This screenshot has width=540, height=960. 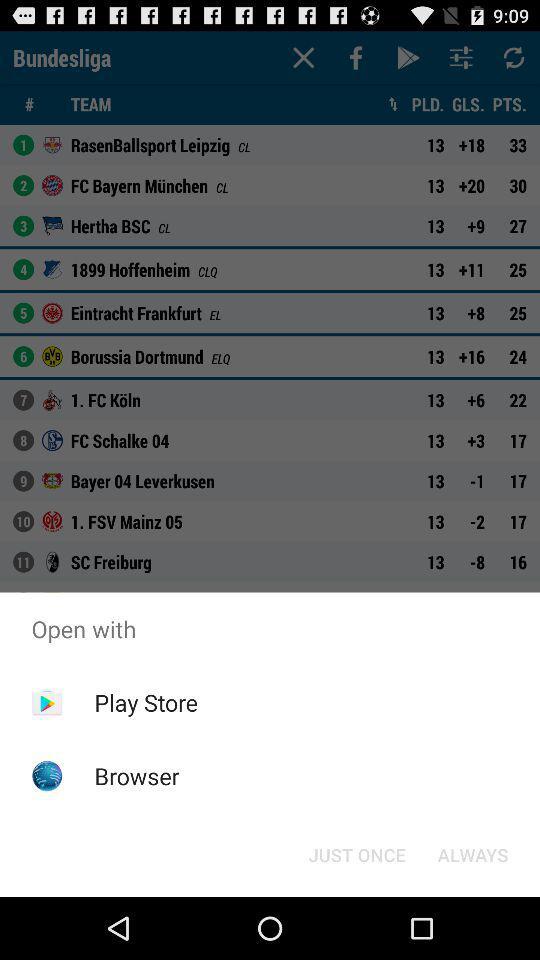 What do you see at coordinates (472, 853) in the screenshot?
I see `button next to the just once button` at bounding box center [472, 853].